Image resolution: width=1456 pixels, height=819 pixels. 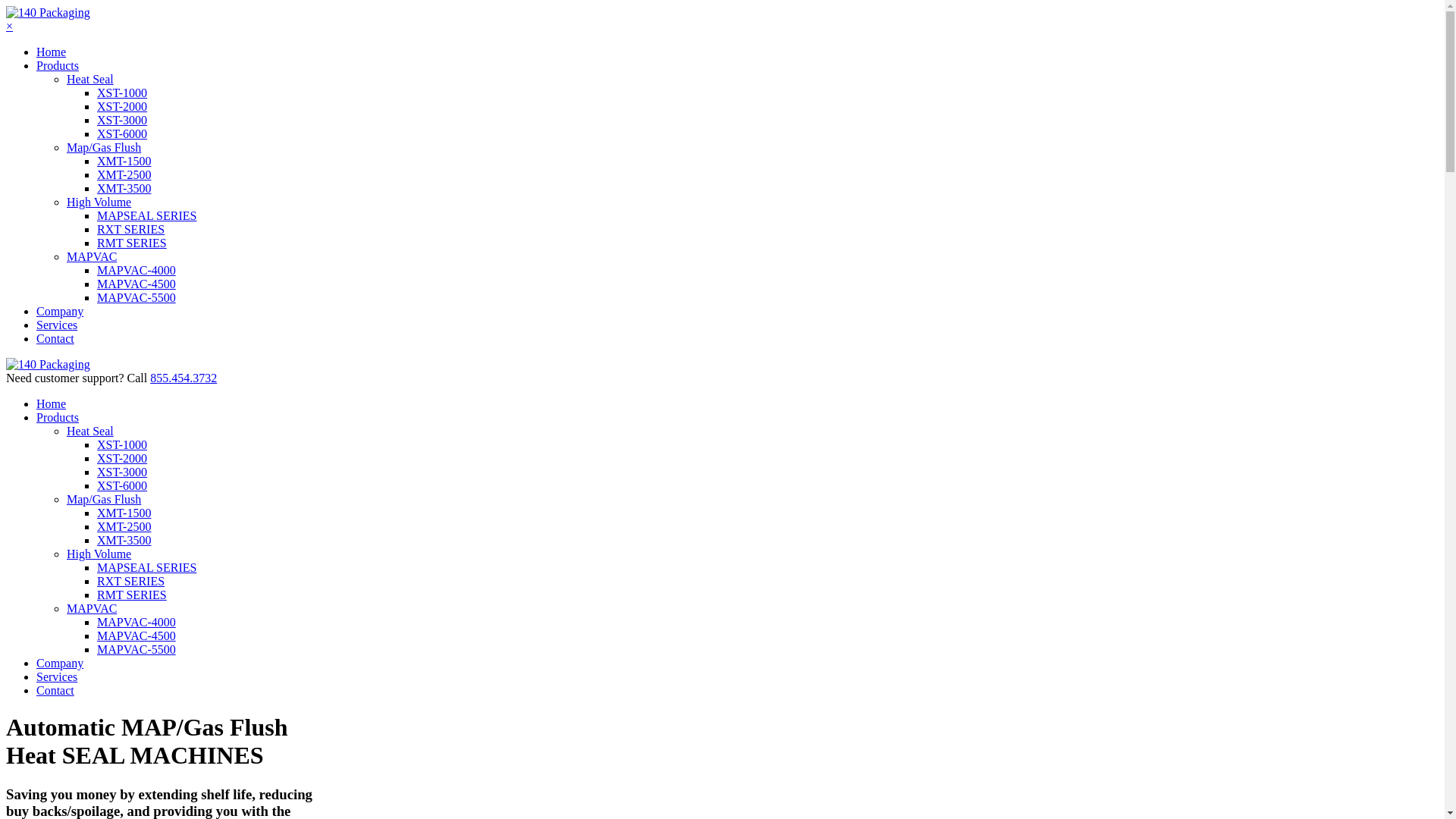 What do you see at coordinates (59, 662) in the screenshot?
I see `'Company'` at bounding box center [59, 662].